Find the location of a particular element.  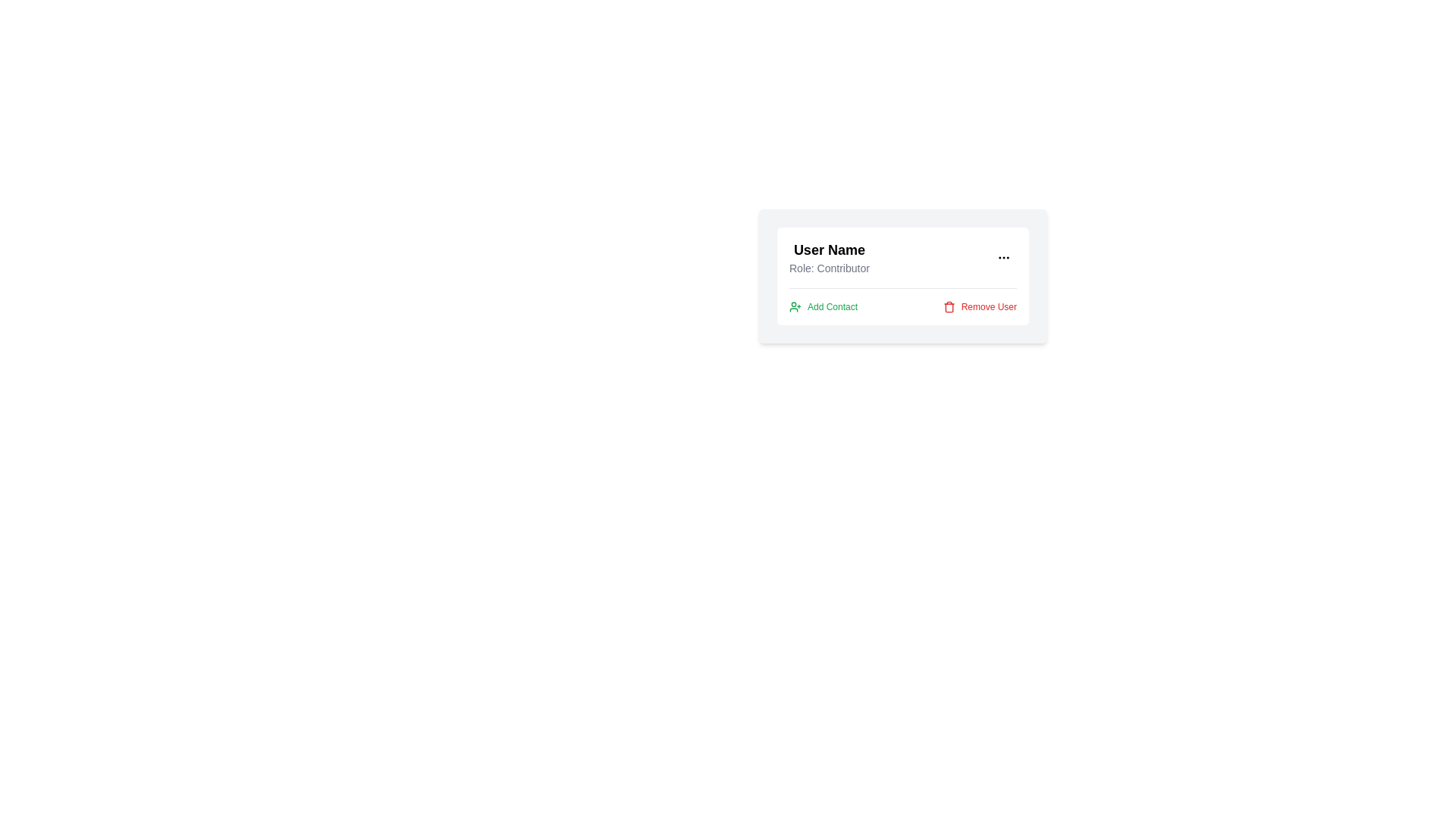

the 'User Name' text label, which is a bold and prominent label located above the 'Role: Contributor' text is located at coordinates (828, 249).